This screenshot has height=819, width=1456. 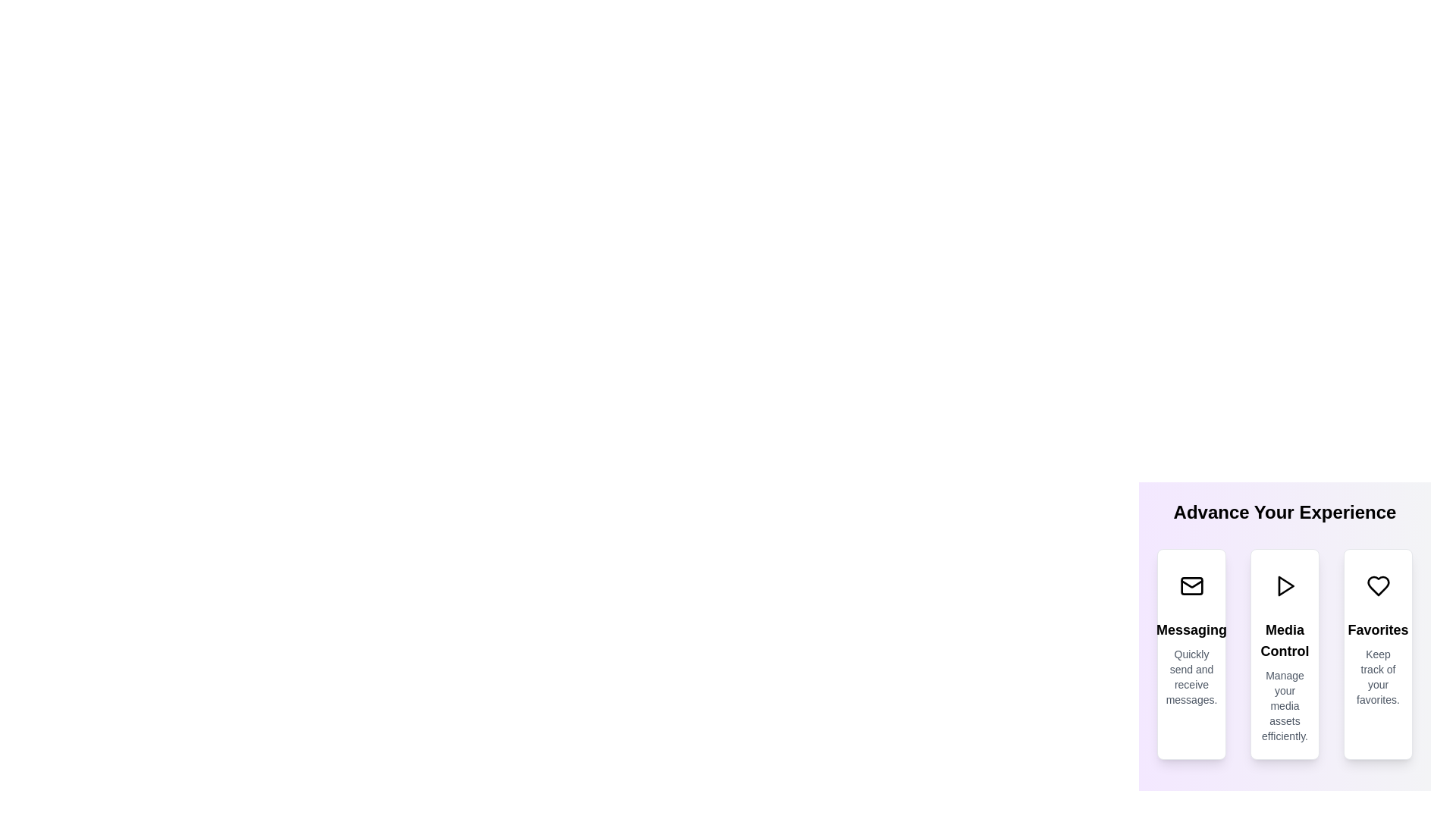 I want to click on the 'Media Control' panel, which features a bold black title and a green play icon, so click(x=1284, y=627).